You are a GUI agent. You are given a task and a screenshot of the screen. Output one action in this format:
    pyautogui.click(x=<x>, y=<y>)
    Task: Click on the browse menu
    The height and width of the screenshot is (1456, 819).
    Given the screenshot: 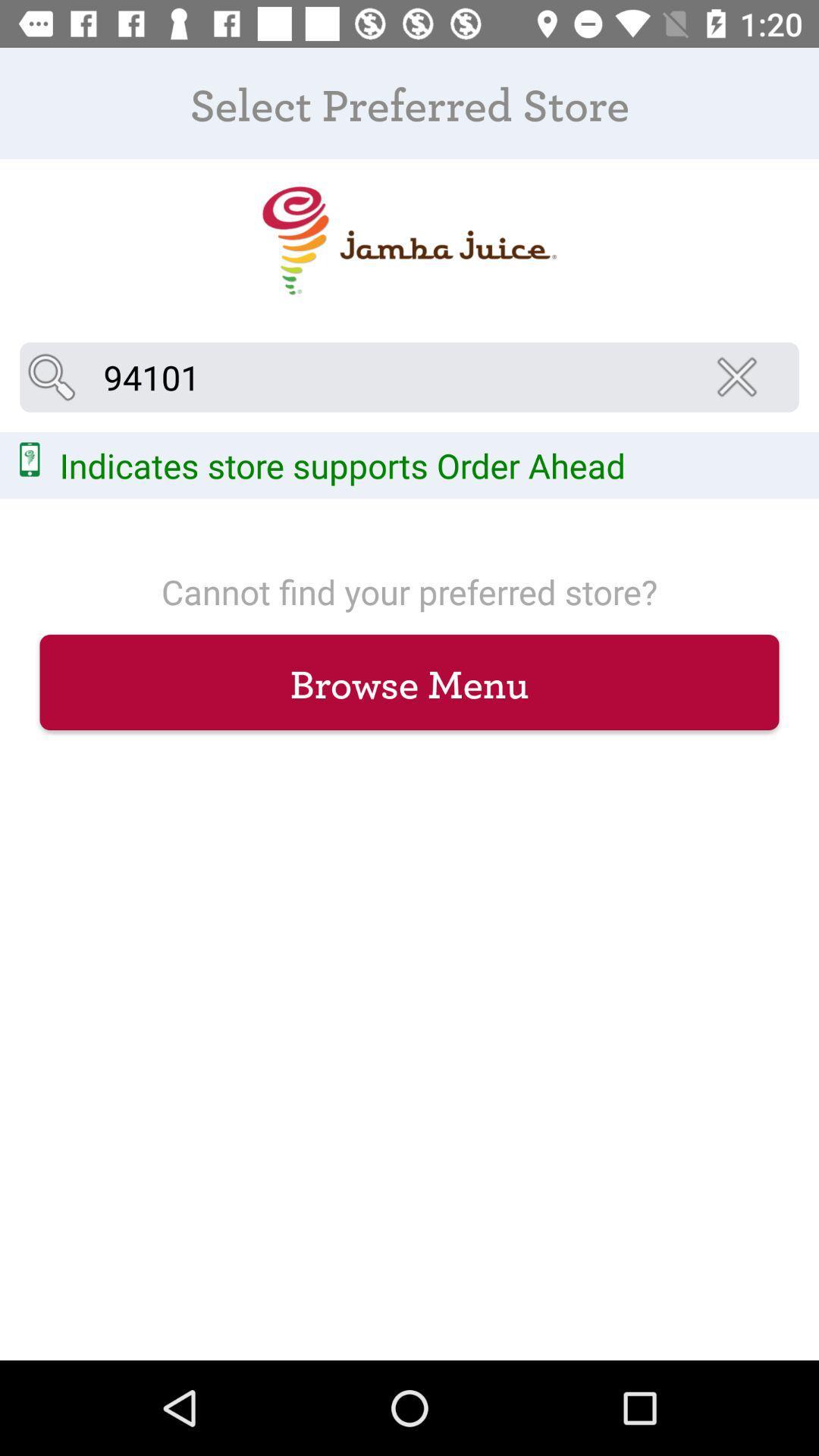 What is the action you would take?
    pyautogui.click(x=409, y=681)
    